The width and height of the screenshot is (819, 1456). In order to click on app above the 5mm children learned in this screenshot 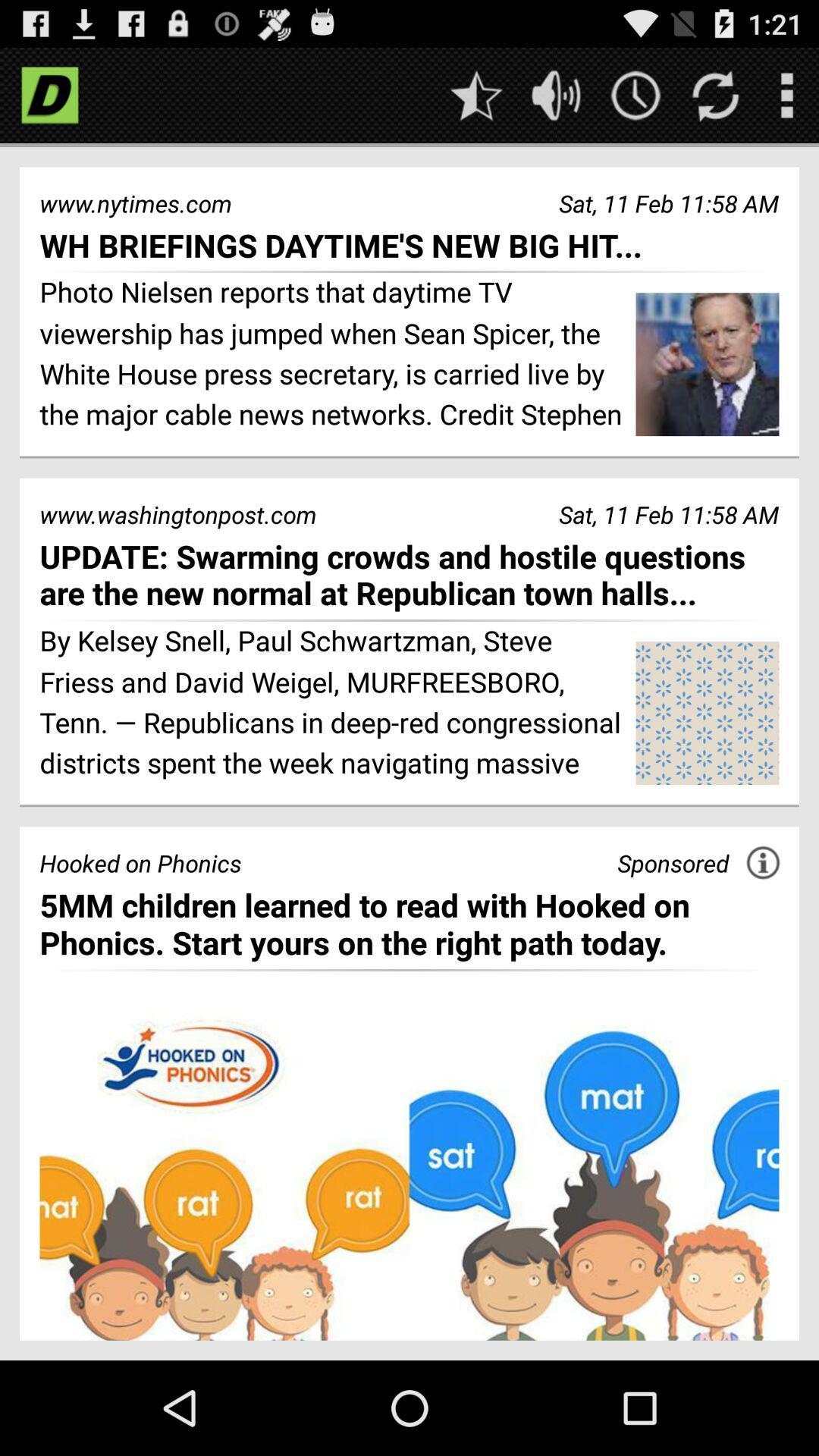, I will do `click(763, 862)`.